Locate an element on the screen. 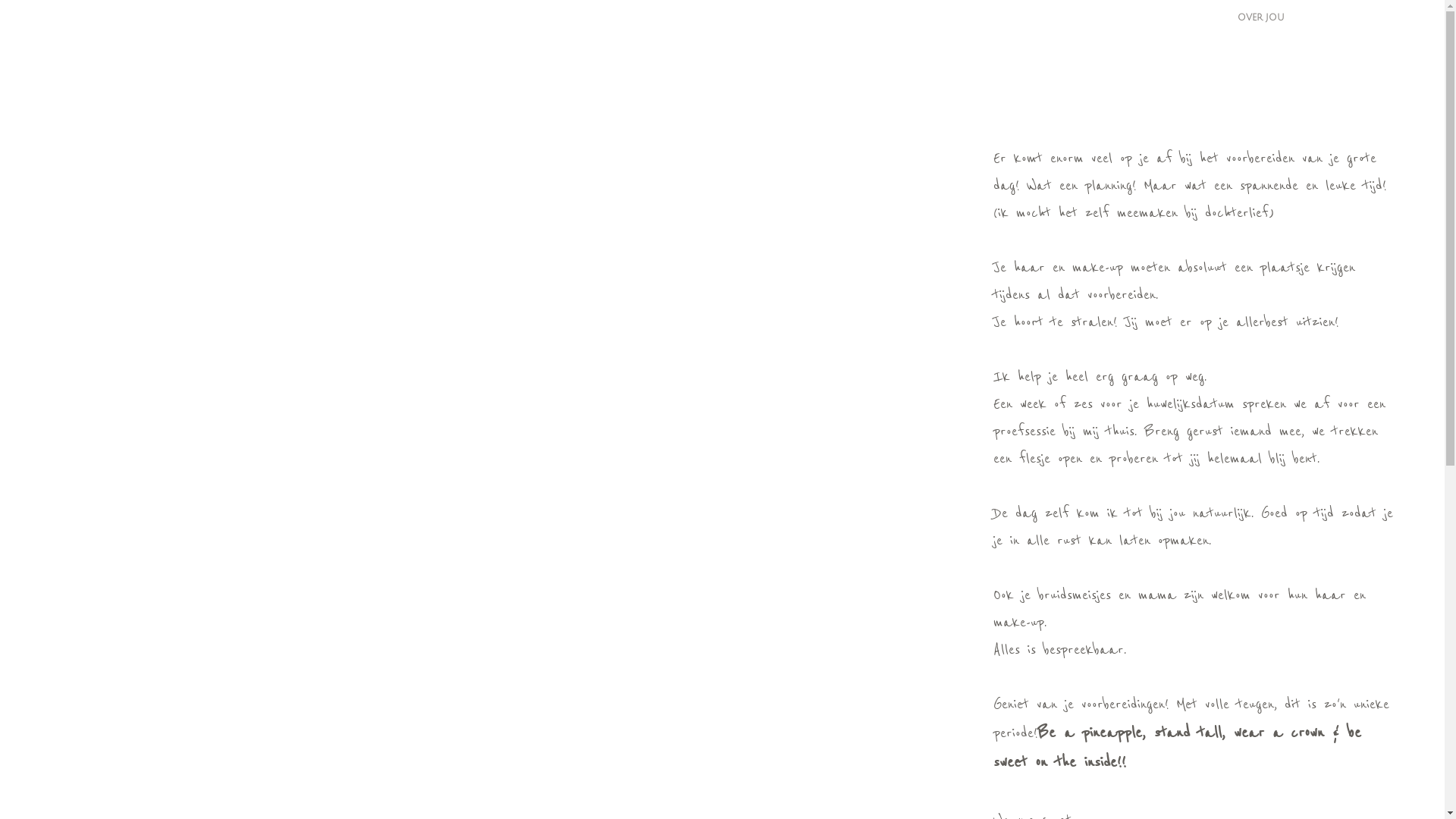 This screenshot has height=819, width=1456. 'GALERIJ' is located at coordinates (1174, 17).